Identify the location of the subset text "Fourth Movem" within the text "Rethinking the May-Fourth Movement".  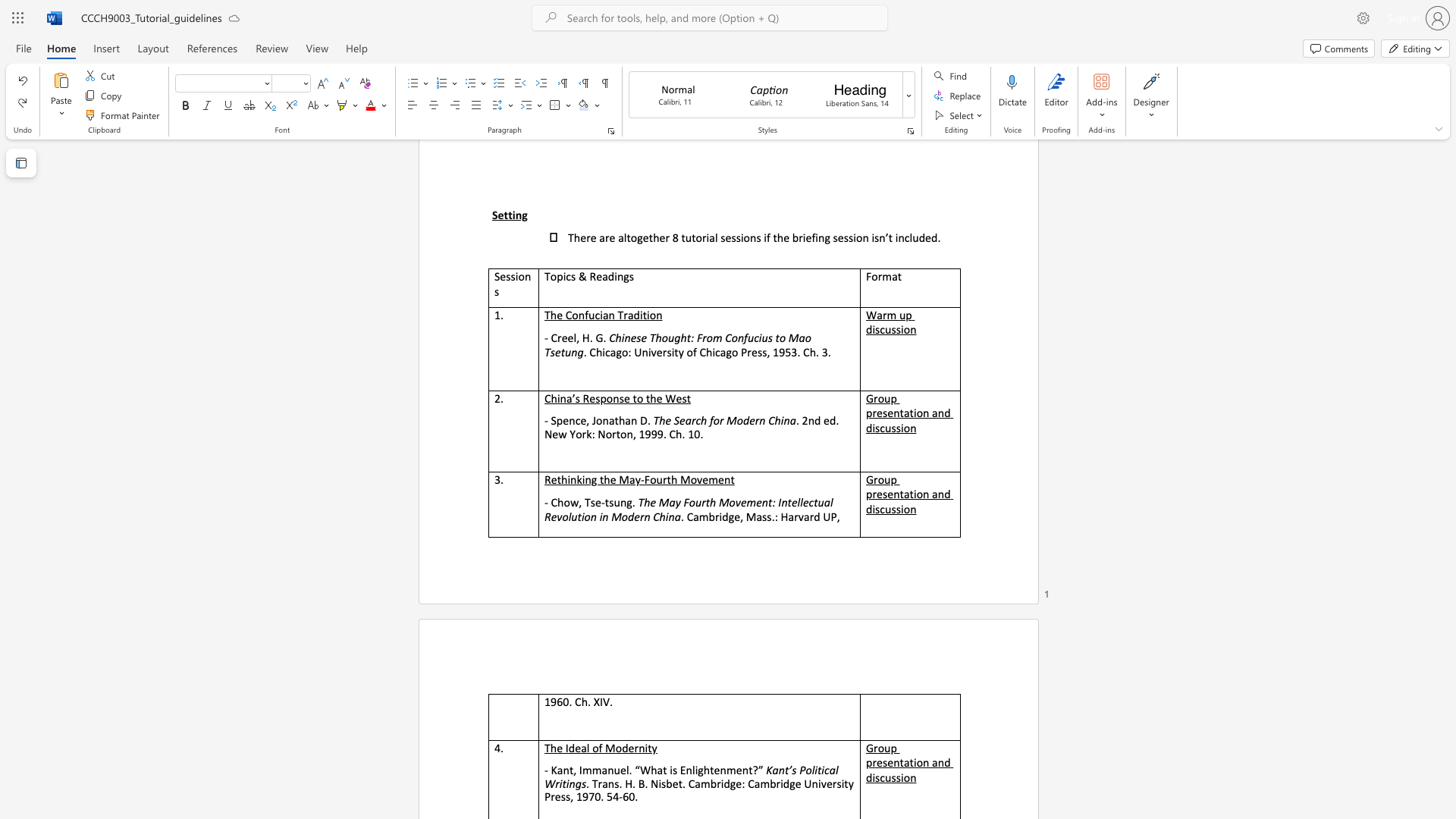
(644, 479).